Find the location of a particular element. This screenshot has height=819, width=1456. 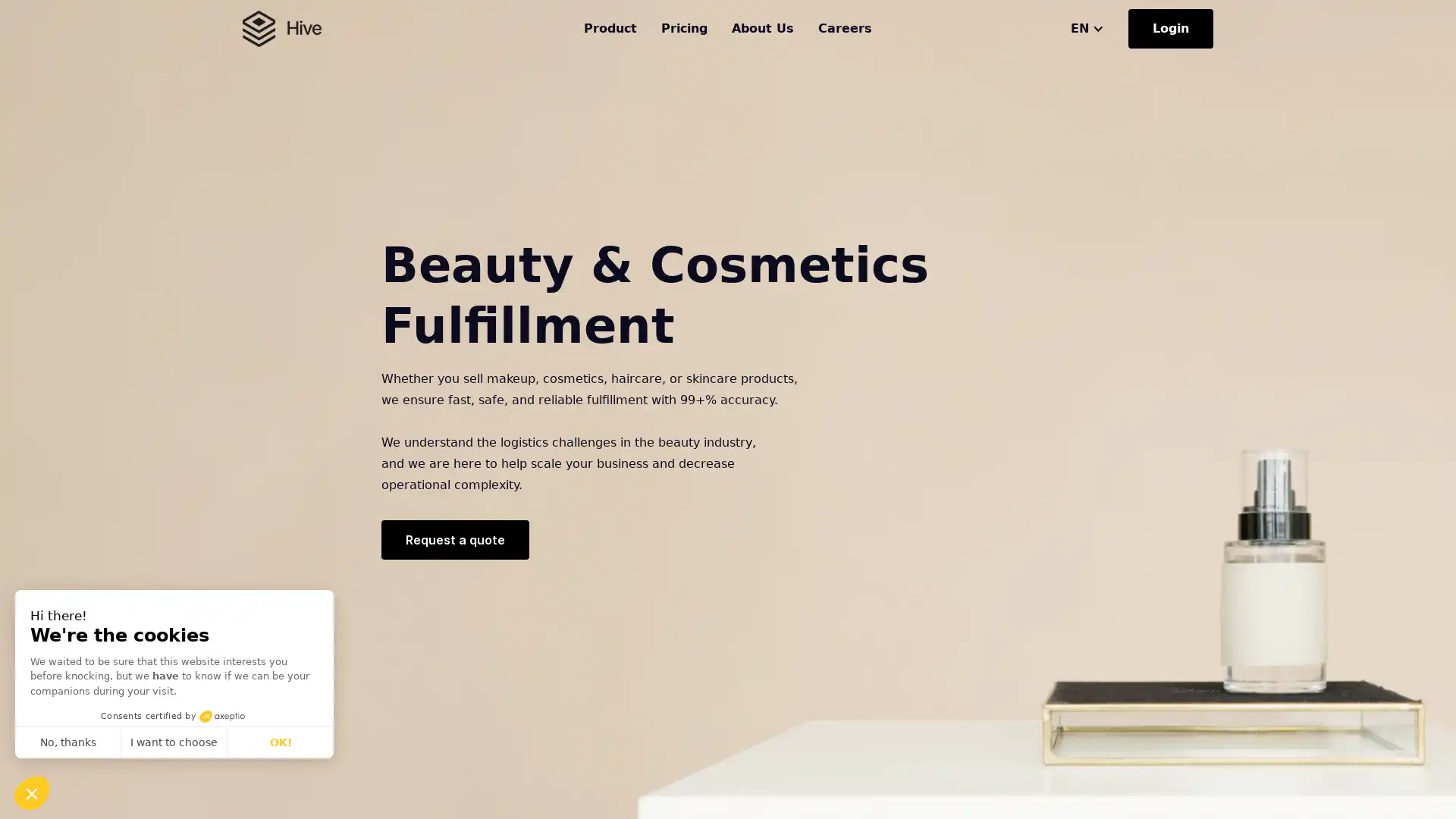

Continue and decide later is located at coordinates (32, 792).